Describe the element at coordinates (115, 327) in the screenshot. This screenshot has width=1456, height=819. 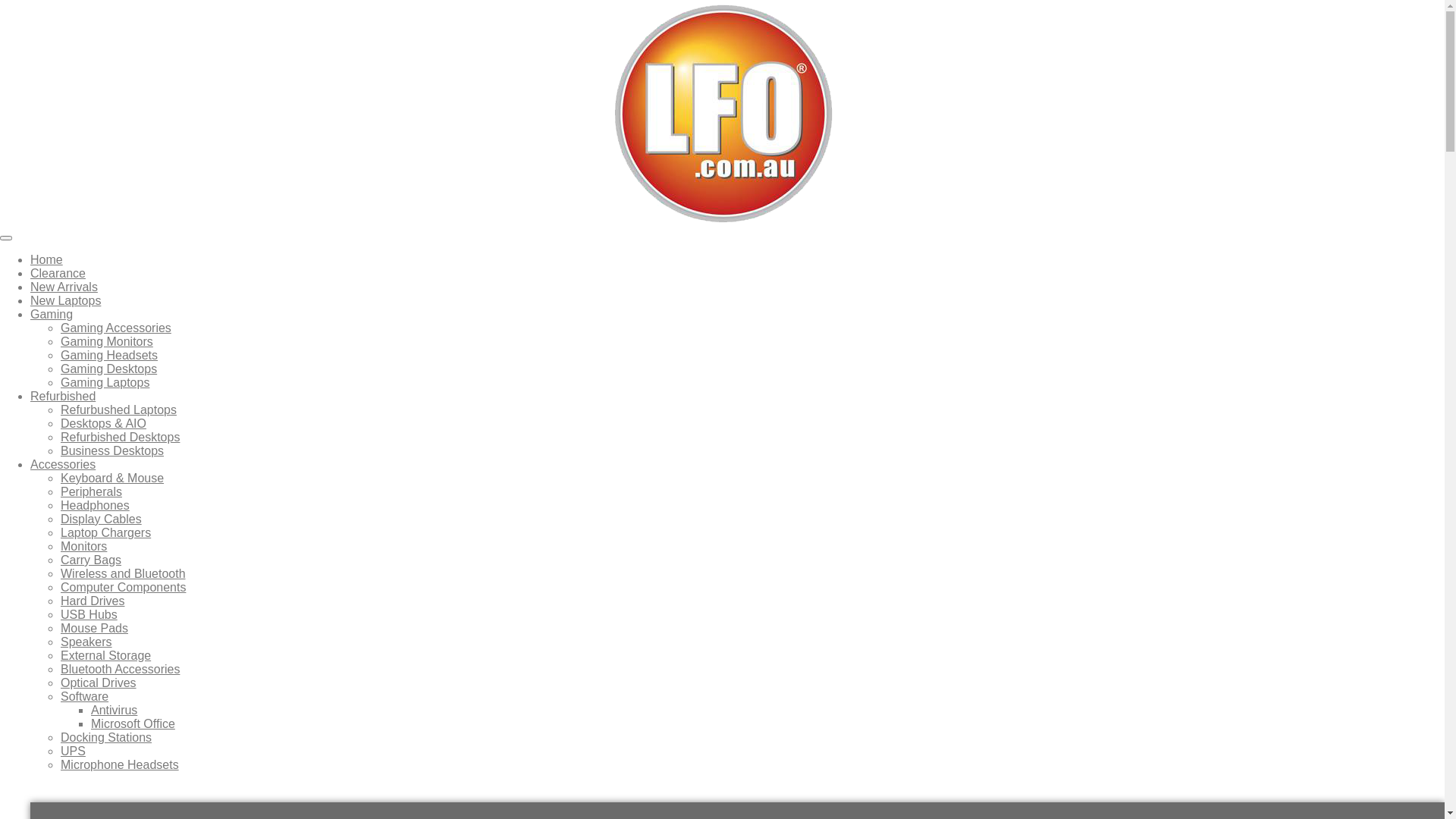
I see `'Gaming Accessories'` at that location.